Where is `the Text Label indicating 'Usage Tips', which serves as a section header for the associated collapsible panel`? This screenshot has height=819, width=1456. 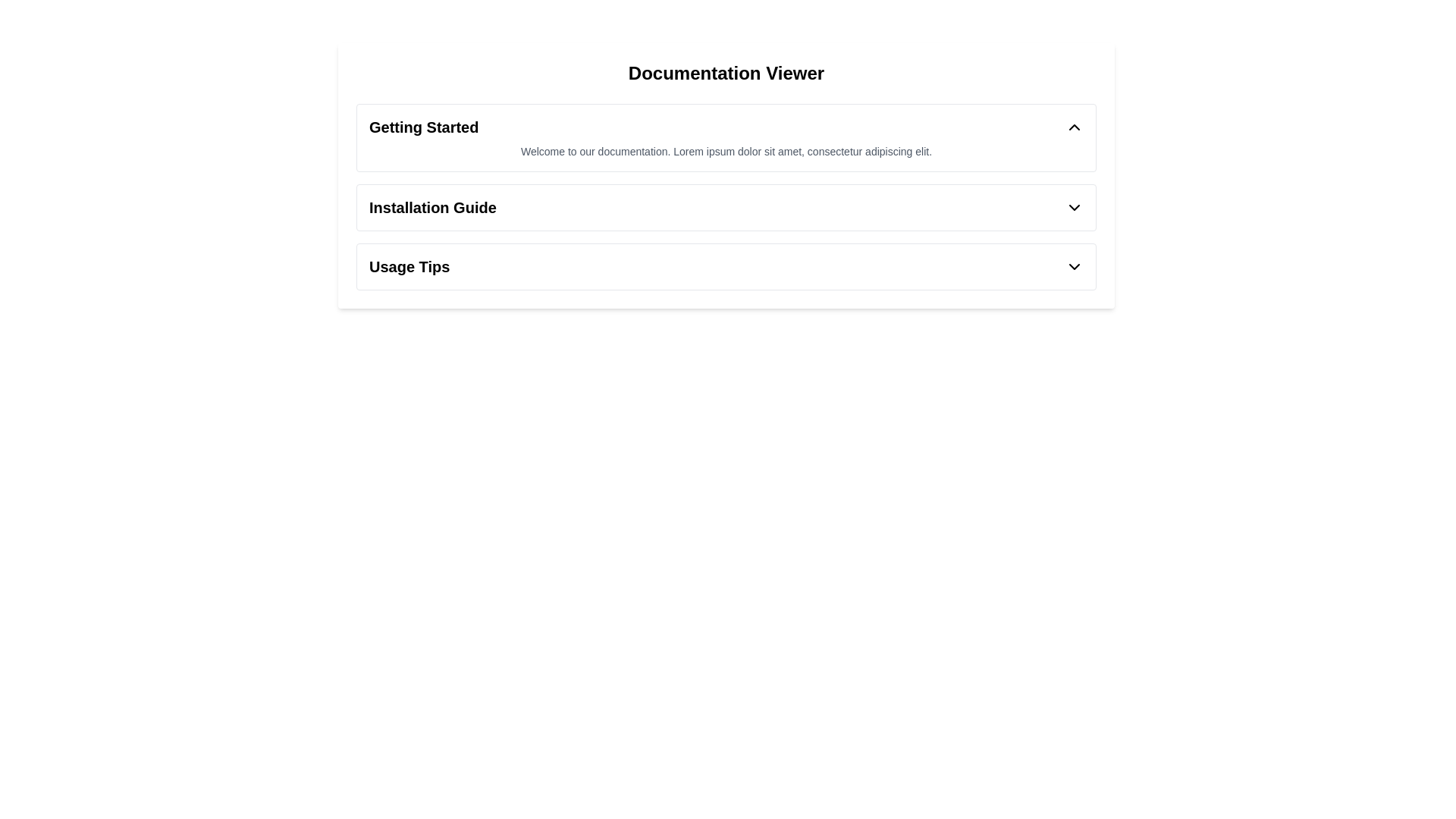
the Text Label indicating 'Usage Tips', which serves as a section header for the associated collapsible panel is located at coordinates (409, 265).